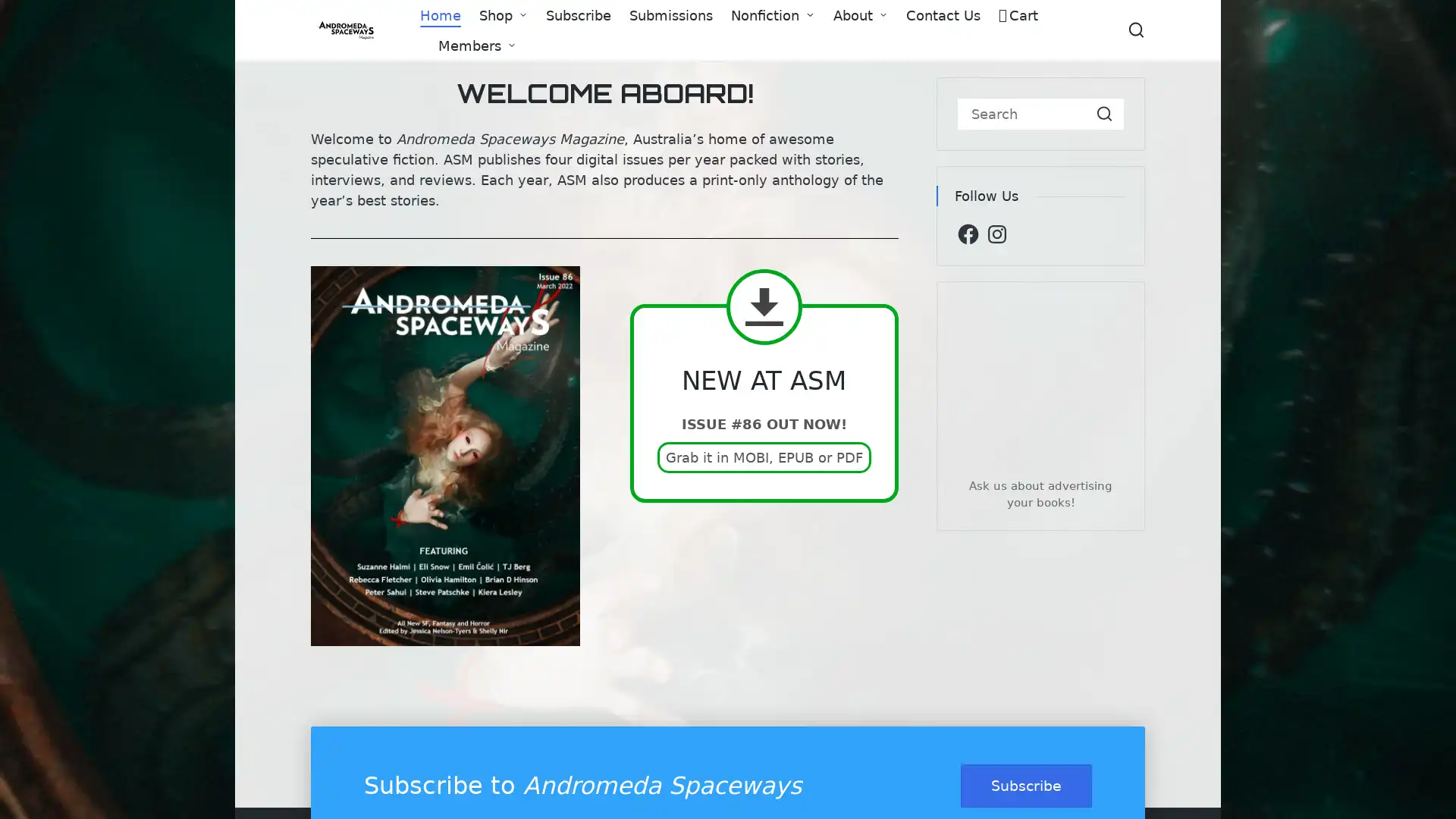 This screenshot has width=1456, height=819. Describe the element at coordinates (1026, 785) in the screenshot. I see `Subscribe` at that location.